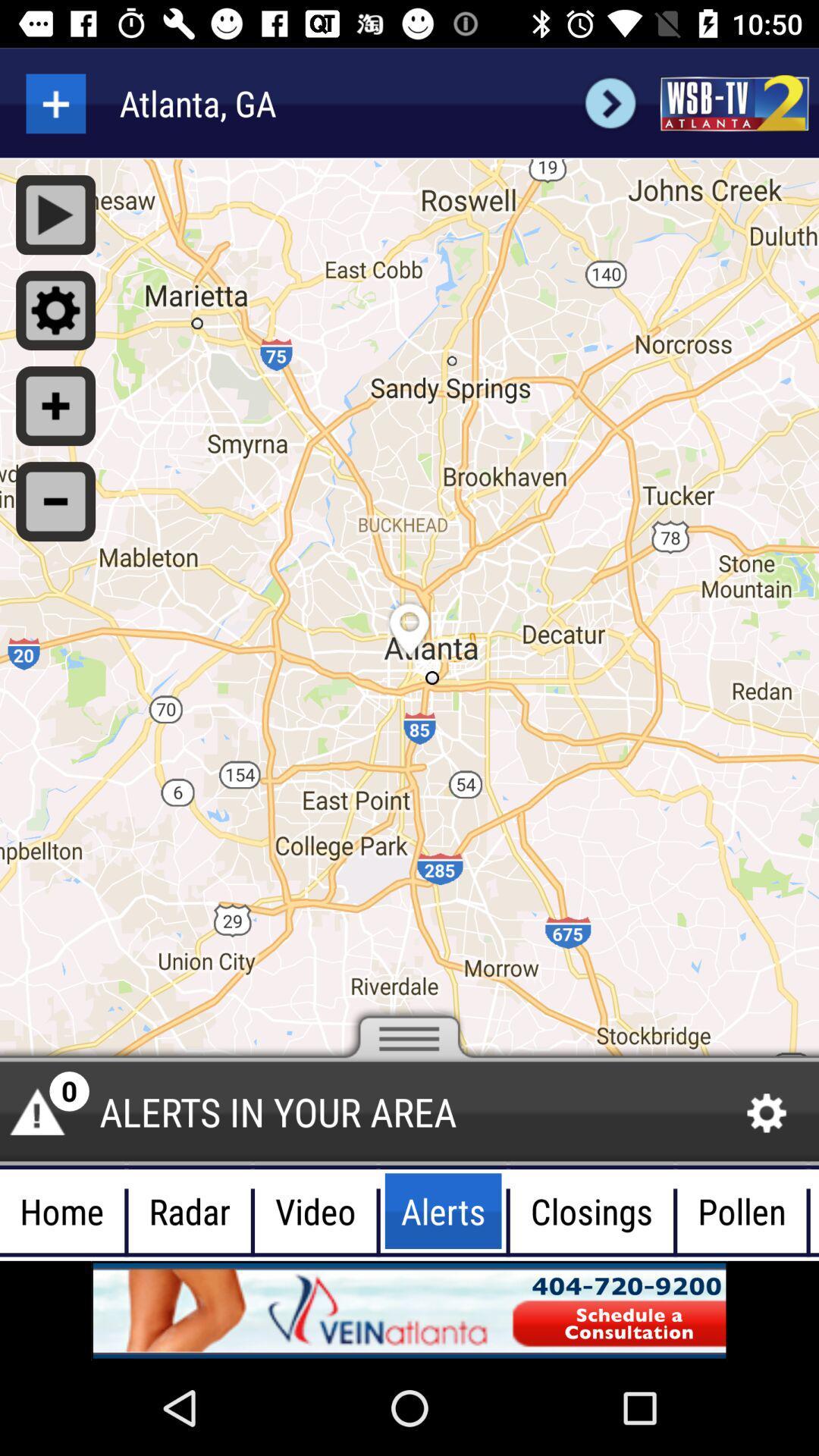  I want to click on button, so click(55, 501).